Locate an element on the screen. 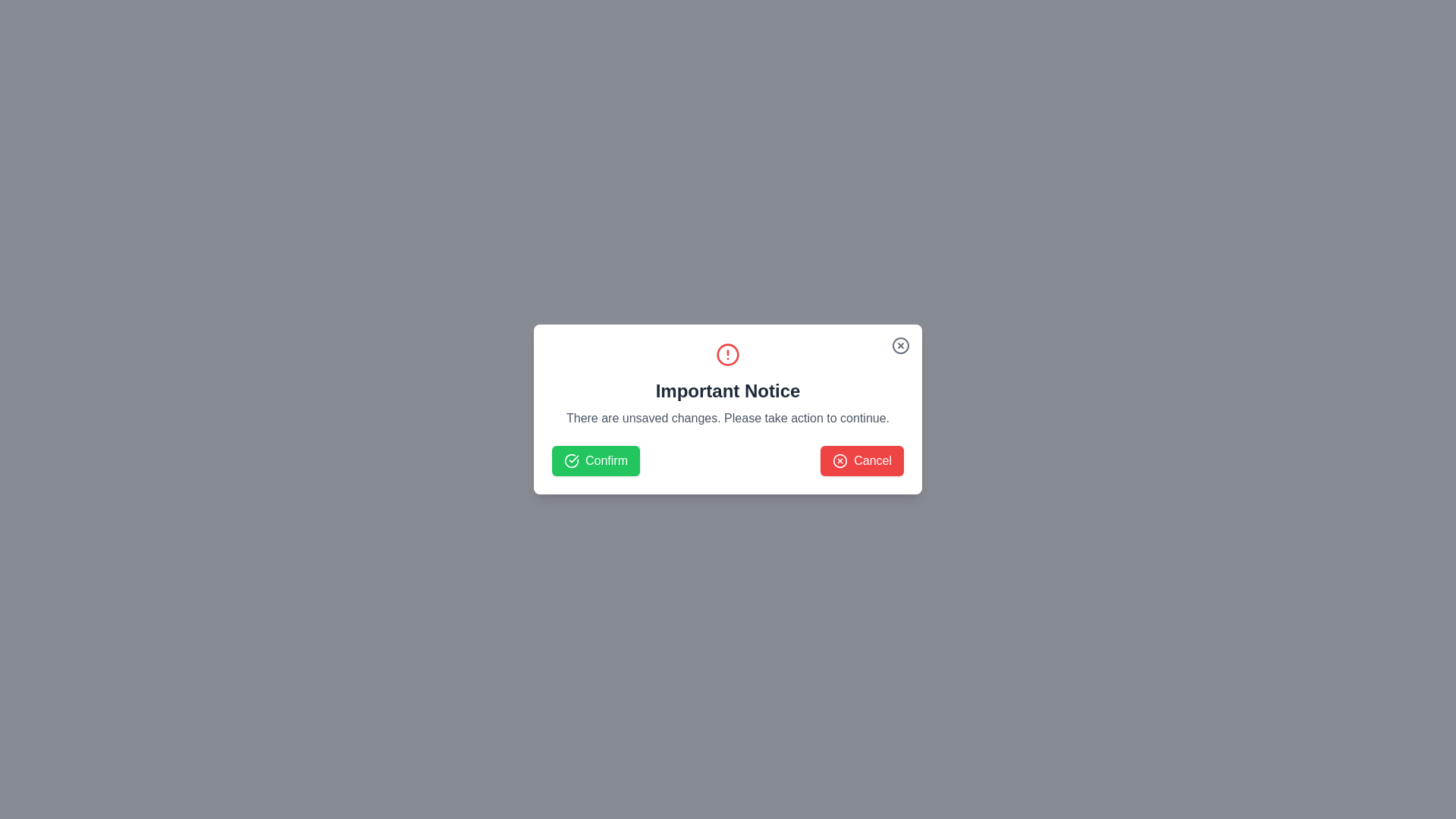 The width and height of the screenshot is (1456, 819). the green SVG icon located to the left of the 'Confirm' button in the modal dialog, which signifies a positive action is located at coordinates (570, 460).